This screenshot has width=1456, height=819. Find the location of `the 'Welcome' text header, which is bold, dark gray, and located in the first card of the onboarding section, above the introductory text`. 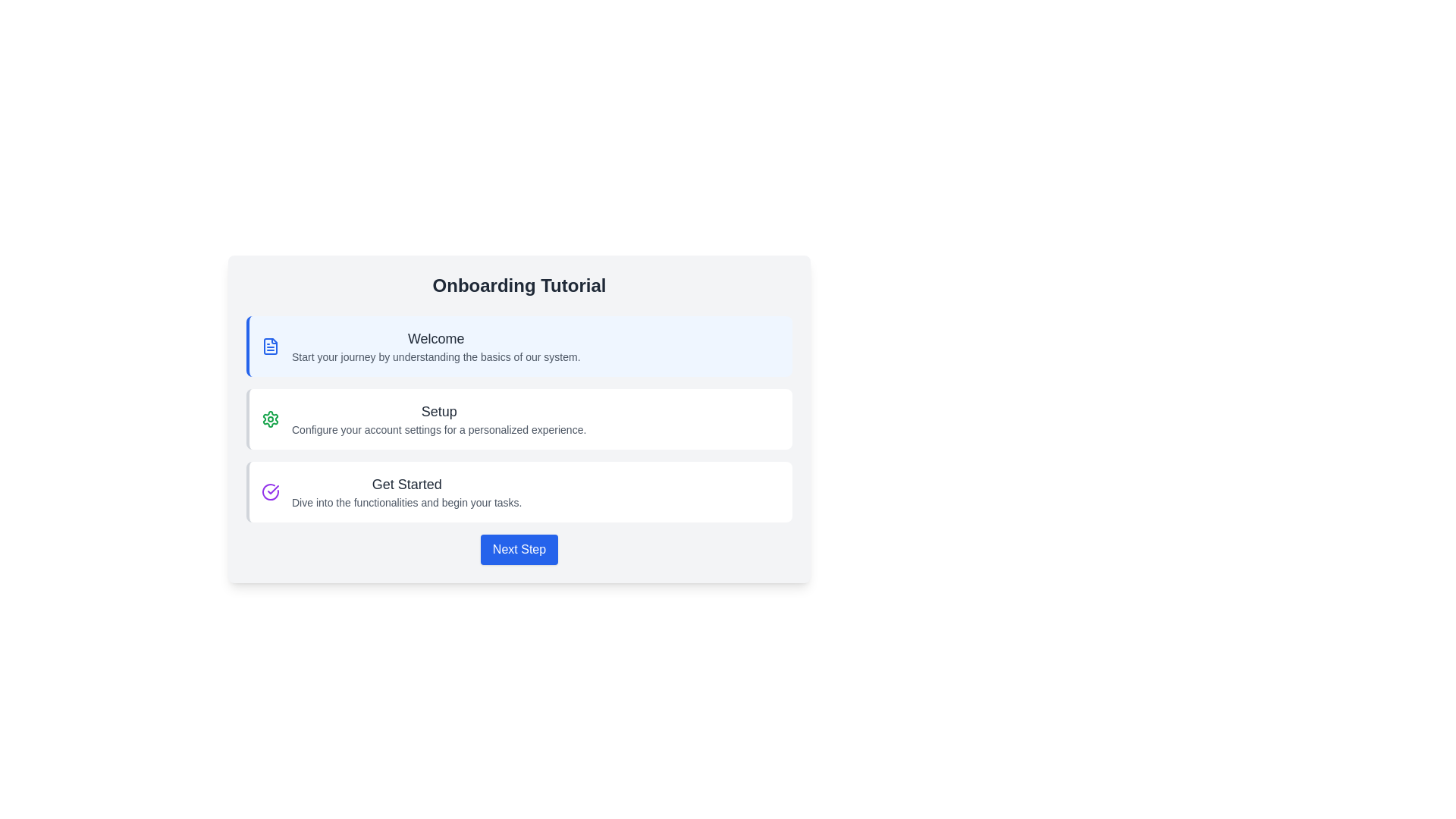

the 'Welcome' text header, which is bold, dark gray, and located in the first card of the onboarding section, above the introductory text is located at coordinates (435, 338).